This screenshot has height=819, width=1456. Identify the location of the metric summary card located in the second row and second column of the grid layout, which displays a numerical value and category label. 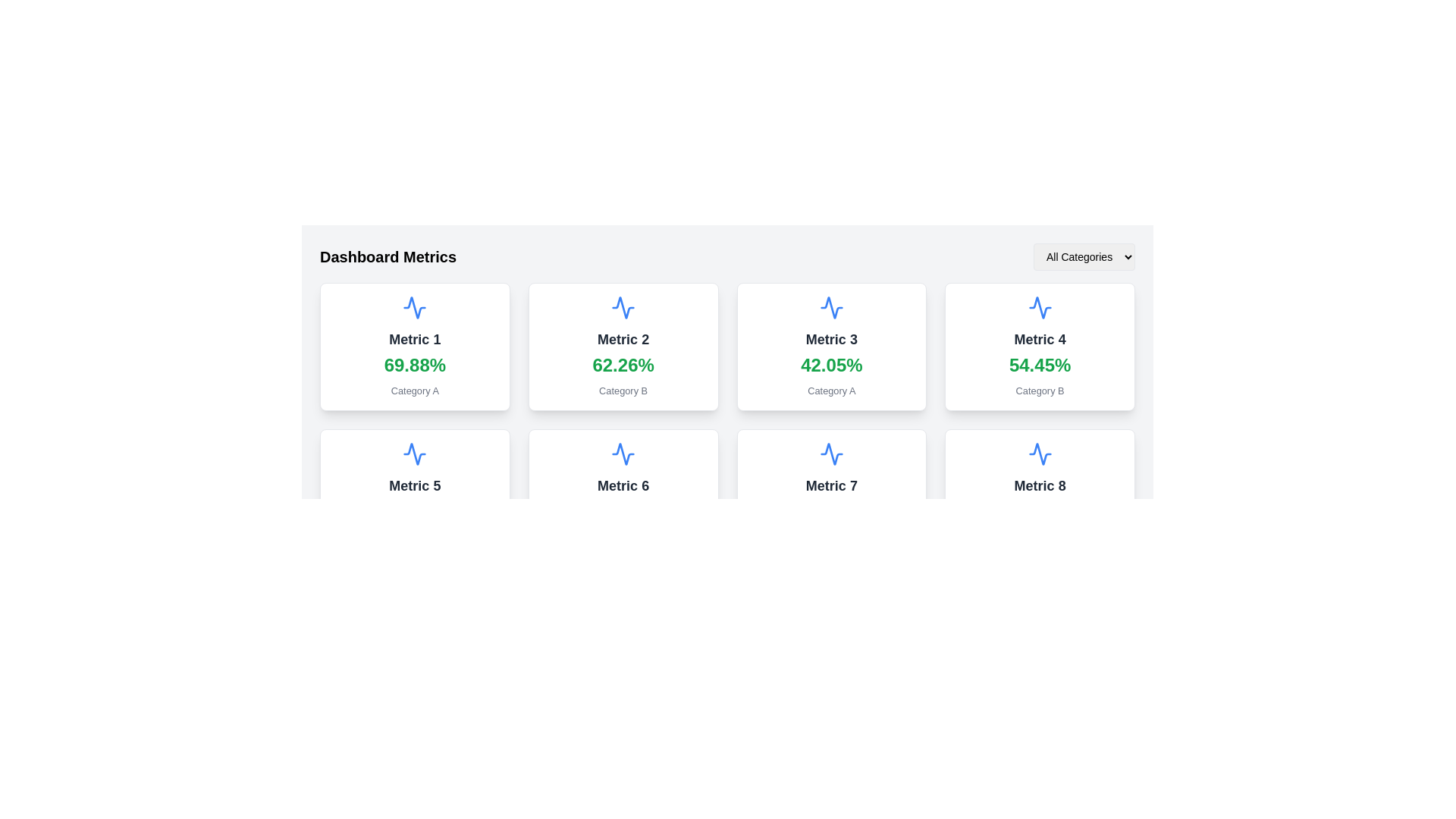
(623, 493).